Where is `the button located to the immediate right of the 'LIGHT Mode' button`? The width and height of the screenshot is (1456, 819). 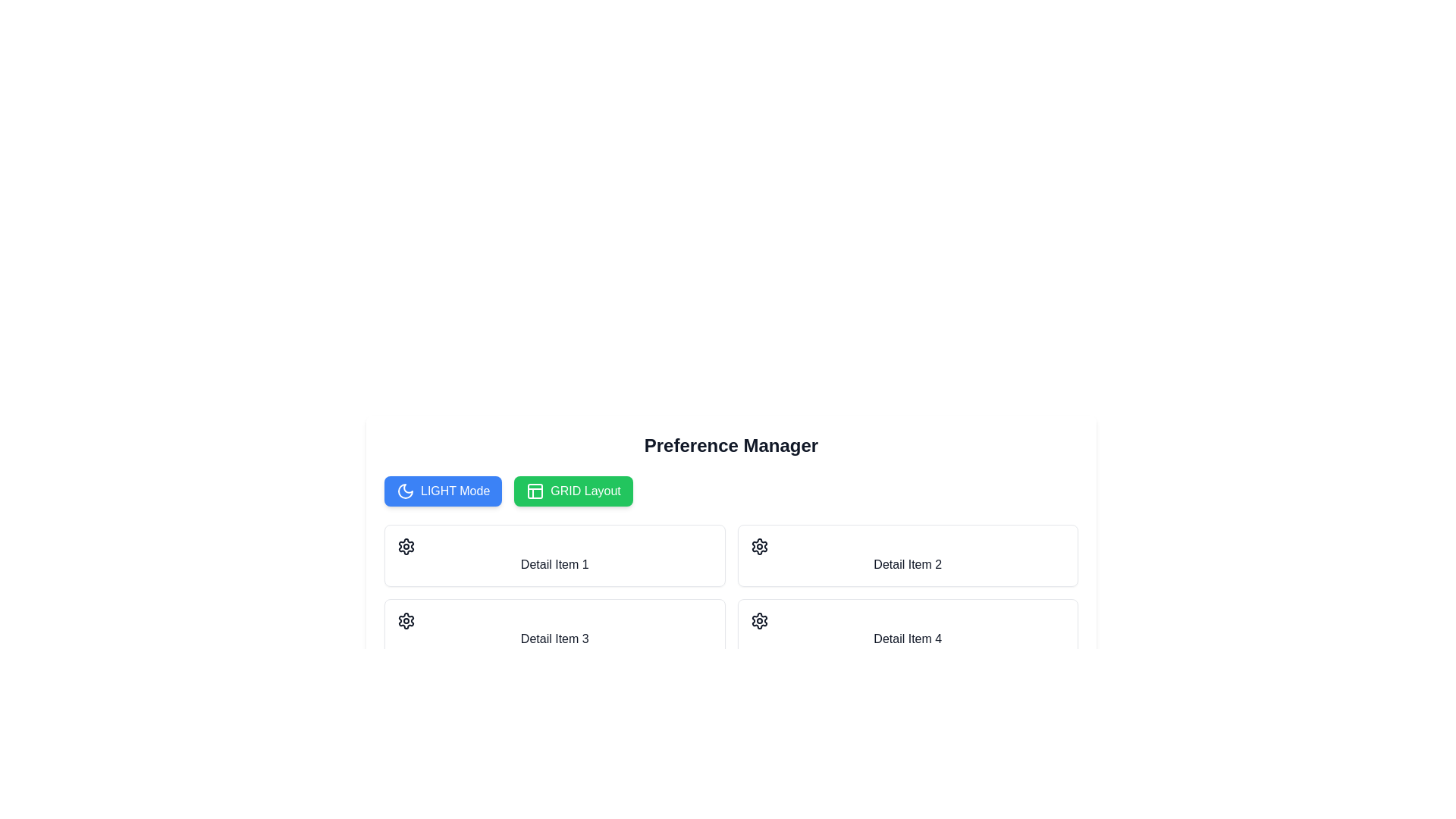 the button located to the immediate right of the 'LIGHT Mode' button is located at coordinates (573, 491).